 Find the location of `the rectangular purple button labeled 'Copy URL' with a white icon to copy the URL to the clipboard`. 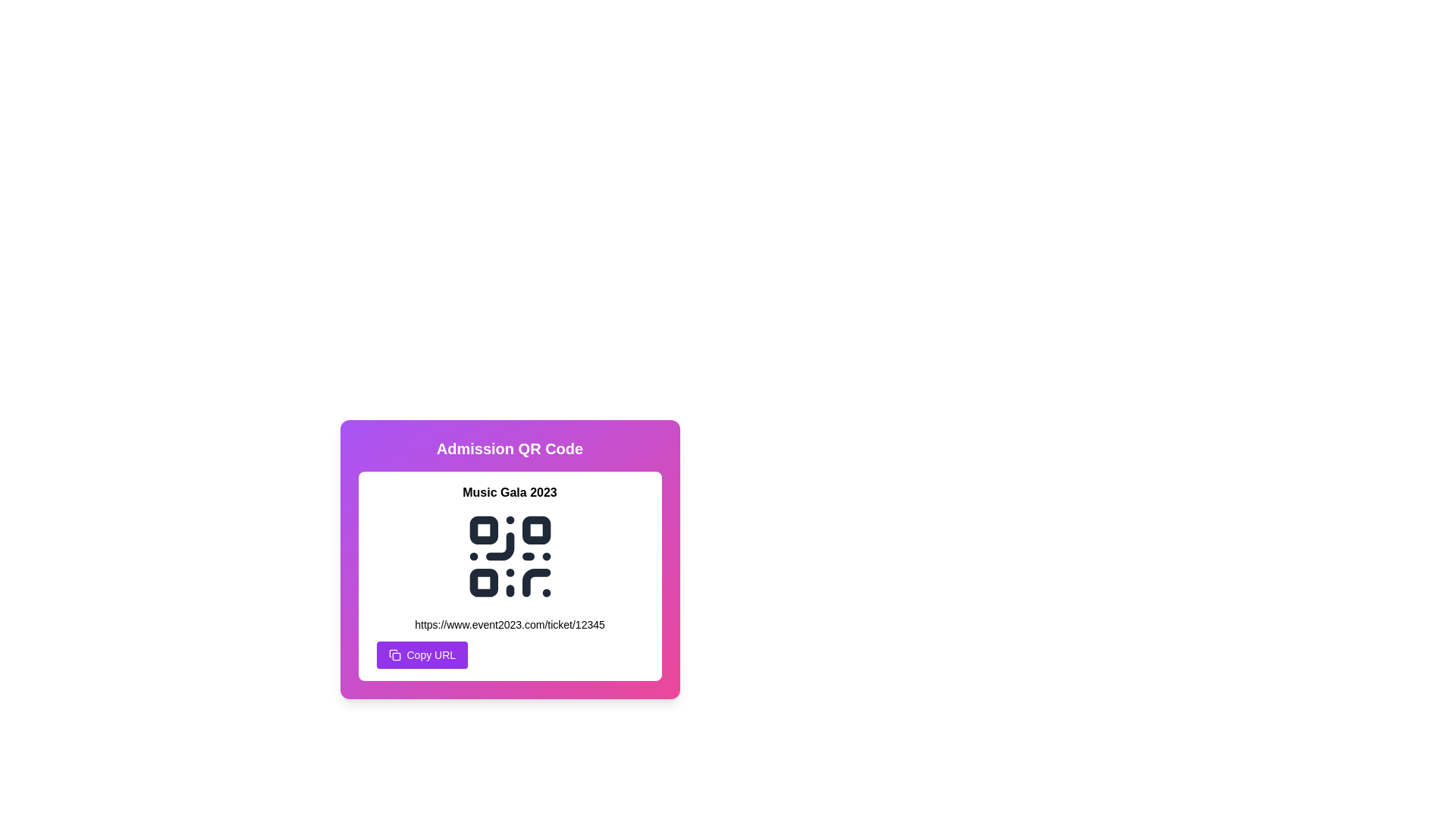

the rectangular purple button labeled 'Copy URL' with a white icon to copy the URL to the clipboard is located at coordinates (422, 654).